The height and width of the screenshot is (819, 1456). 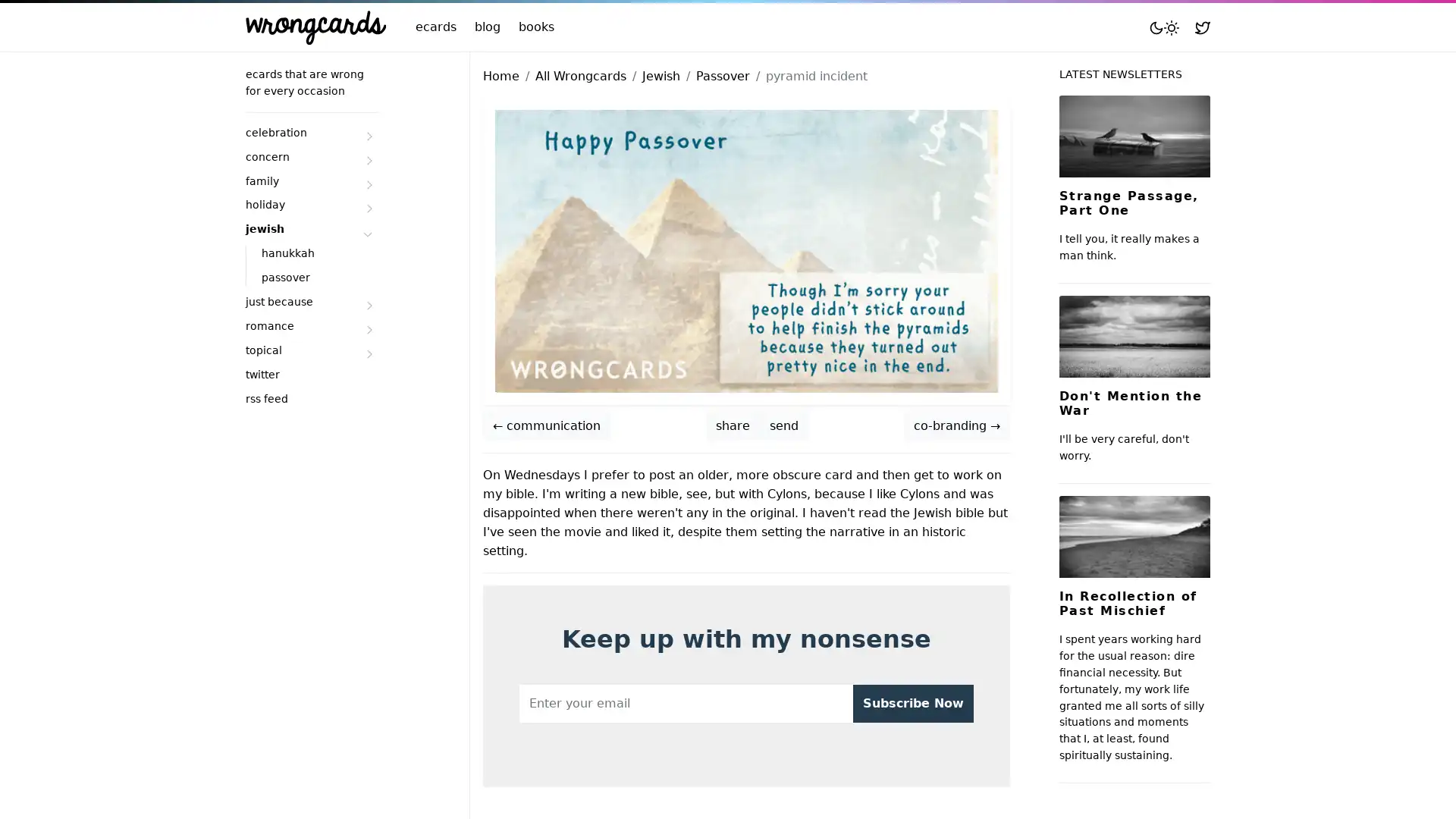 I want to click on Toggle mode, so click(x=1163, y=27).